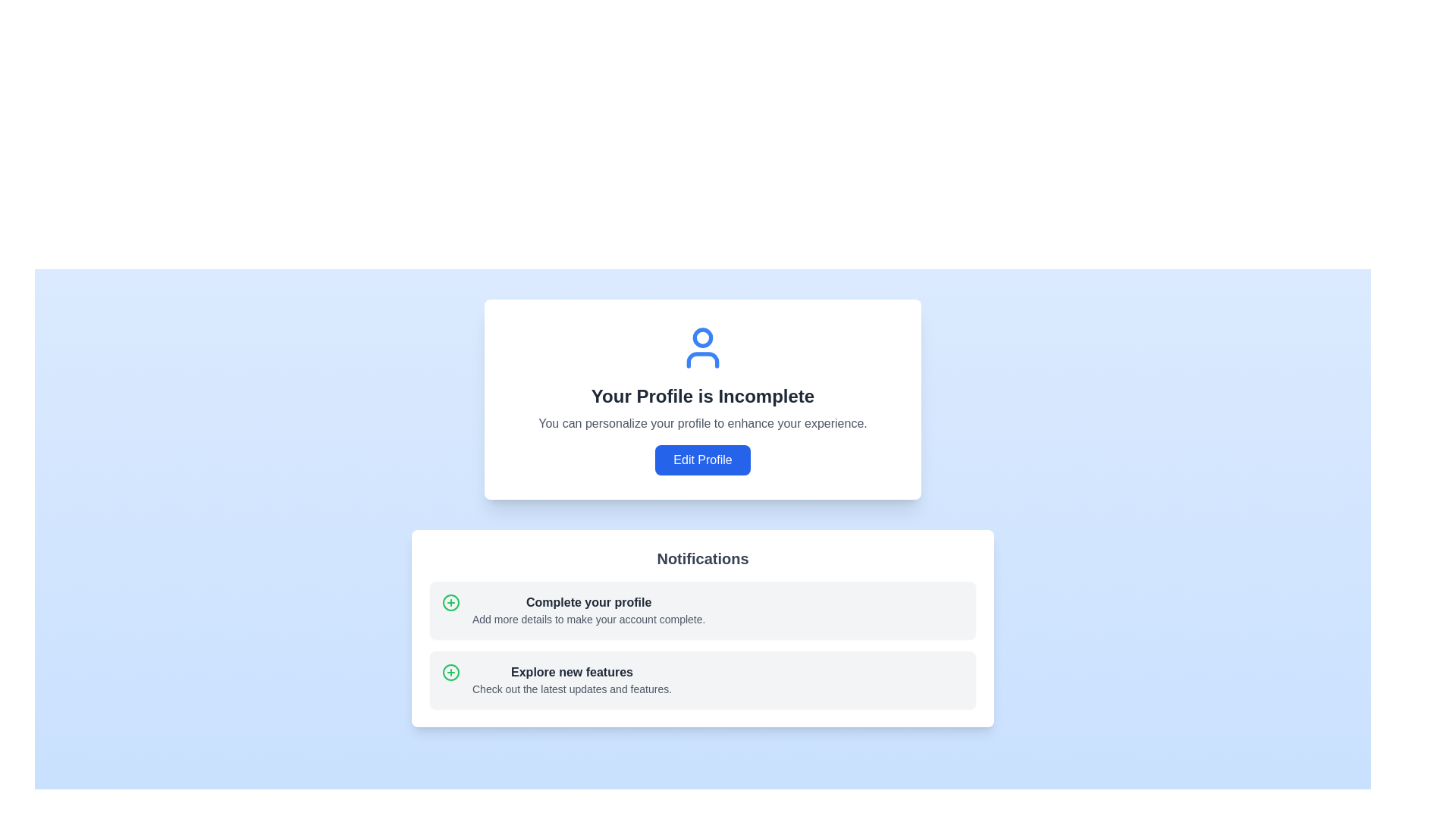 This screenshot has height=819, width=1456. Describe the element at coordinates (588, 610) in the screenshot. I see `the informational text block that encourages the user to complete their profile to trigger additional interactive actions` at that location.